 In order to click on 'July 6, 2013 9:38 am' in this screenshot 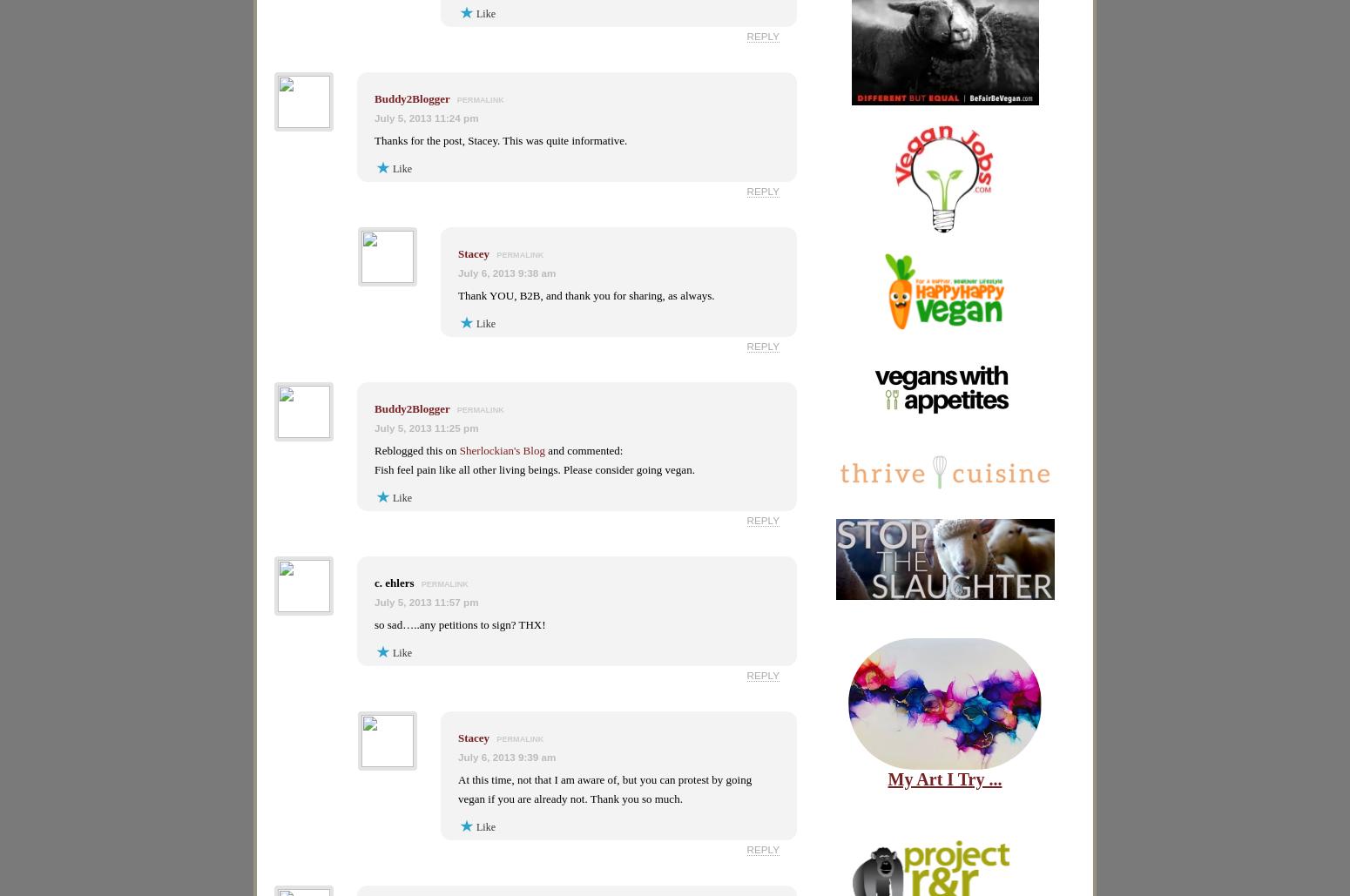, I will do `click(507, 273)`.